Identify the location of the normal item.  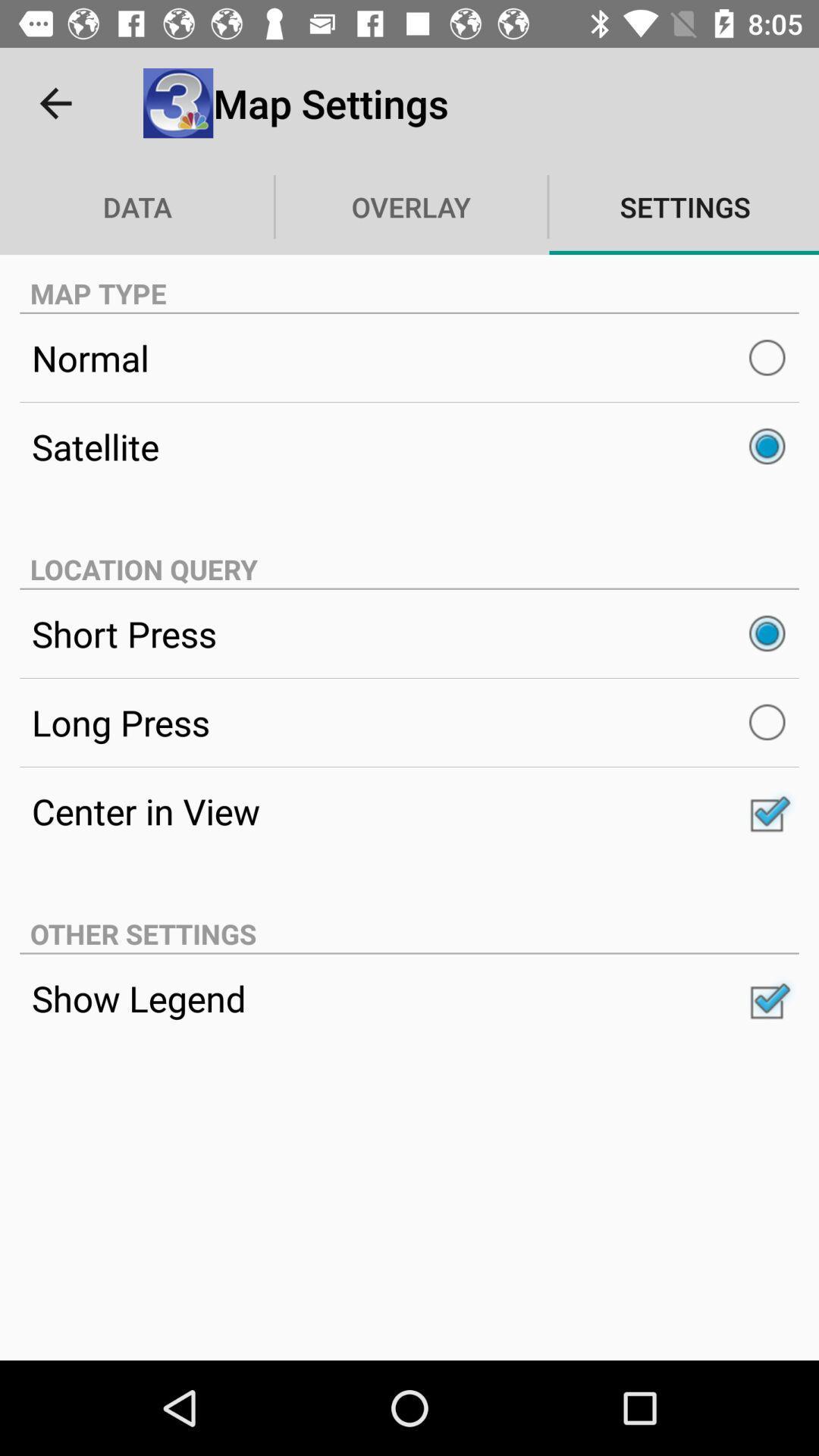
(409, 357).